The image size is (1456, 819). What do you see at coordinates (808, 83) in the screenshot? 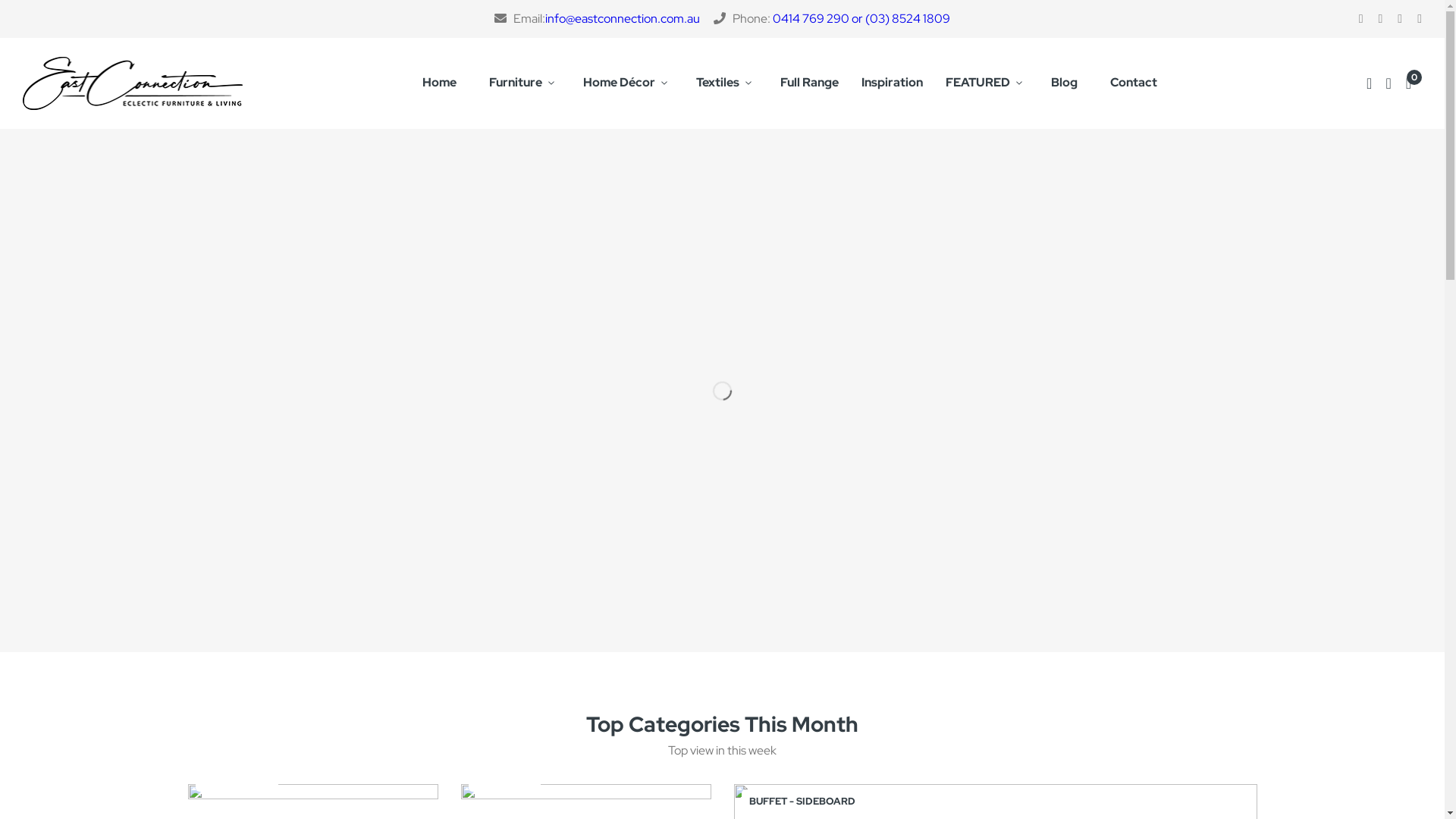
I see `'Full Range'` at bounding box center [808, 83].